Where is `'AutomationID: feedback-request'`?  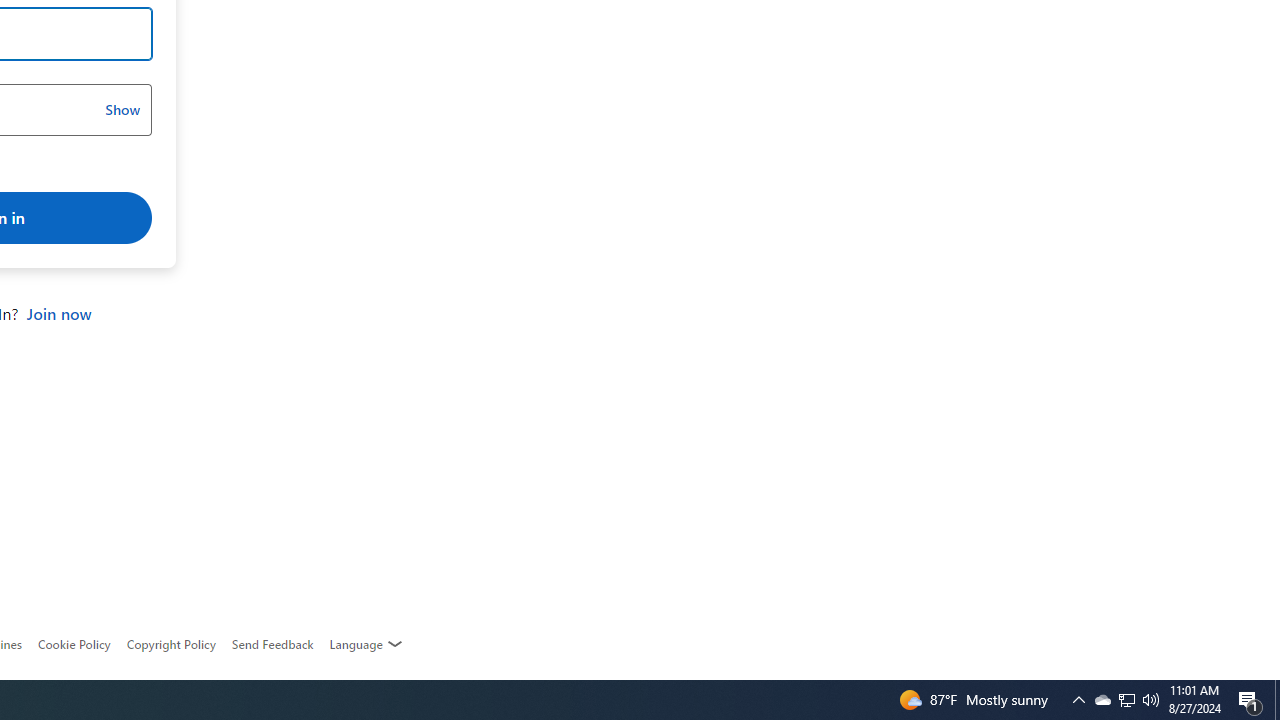 'AutomationID: feedback-request' is located at coordinates (271, 644).